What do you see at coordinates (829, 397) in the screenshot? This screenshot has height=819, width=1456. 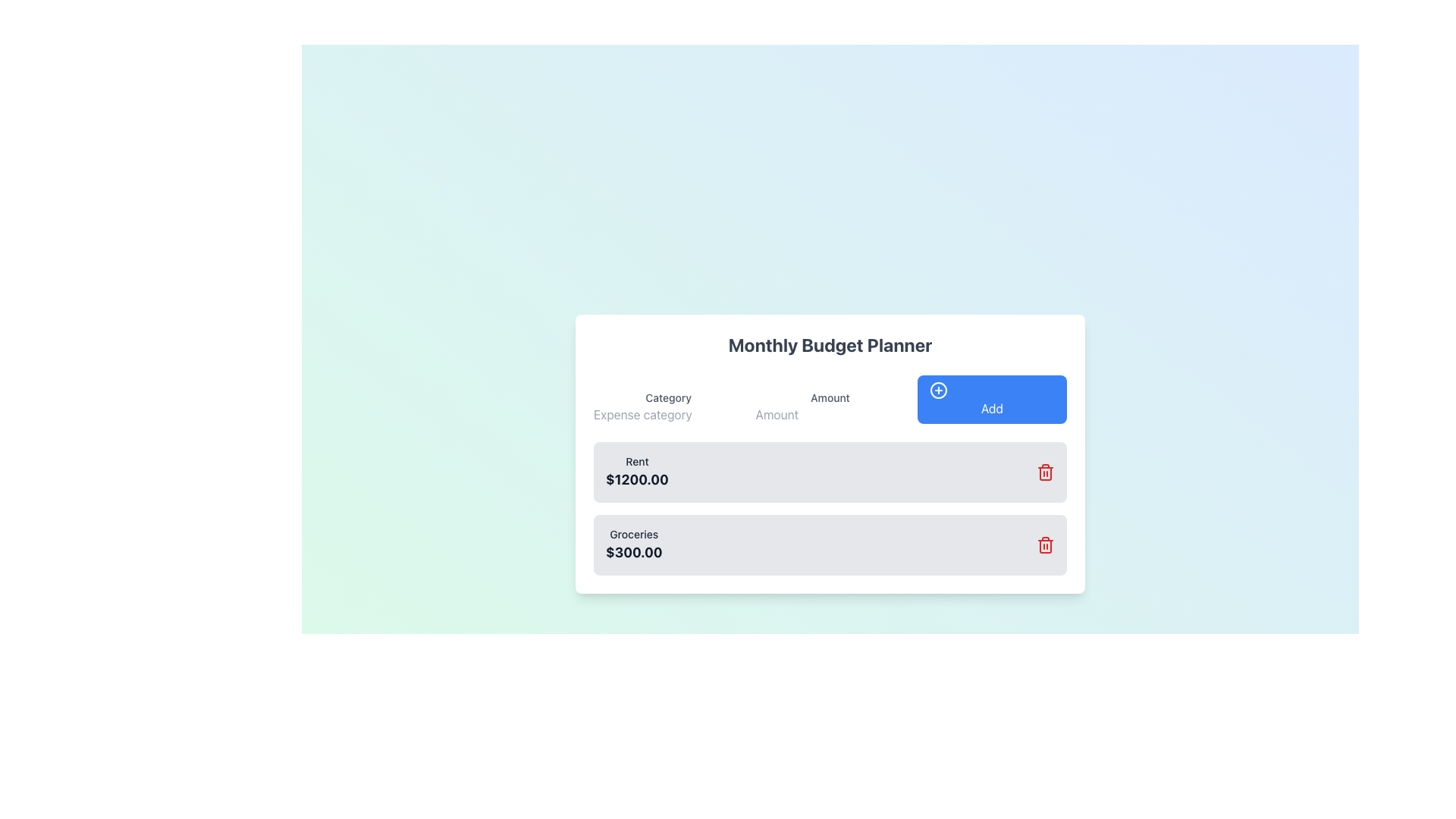 I see `the label that indicates 'Amount', which is positioned above the numerical input field and aligned with the 'Category' label` at bounding box center [829, 397].